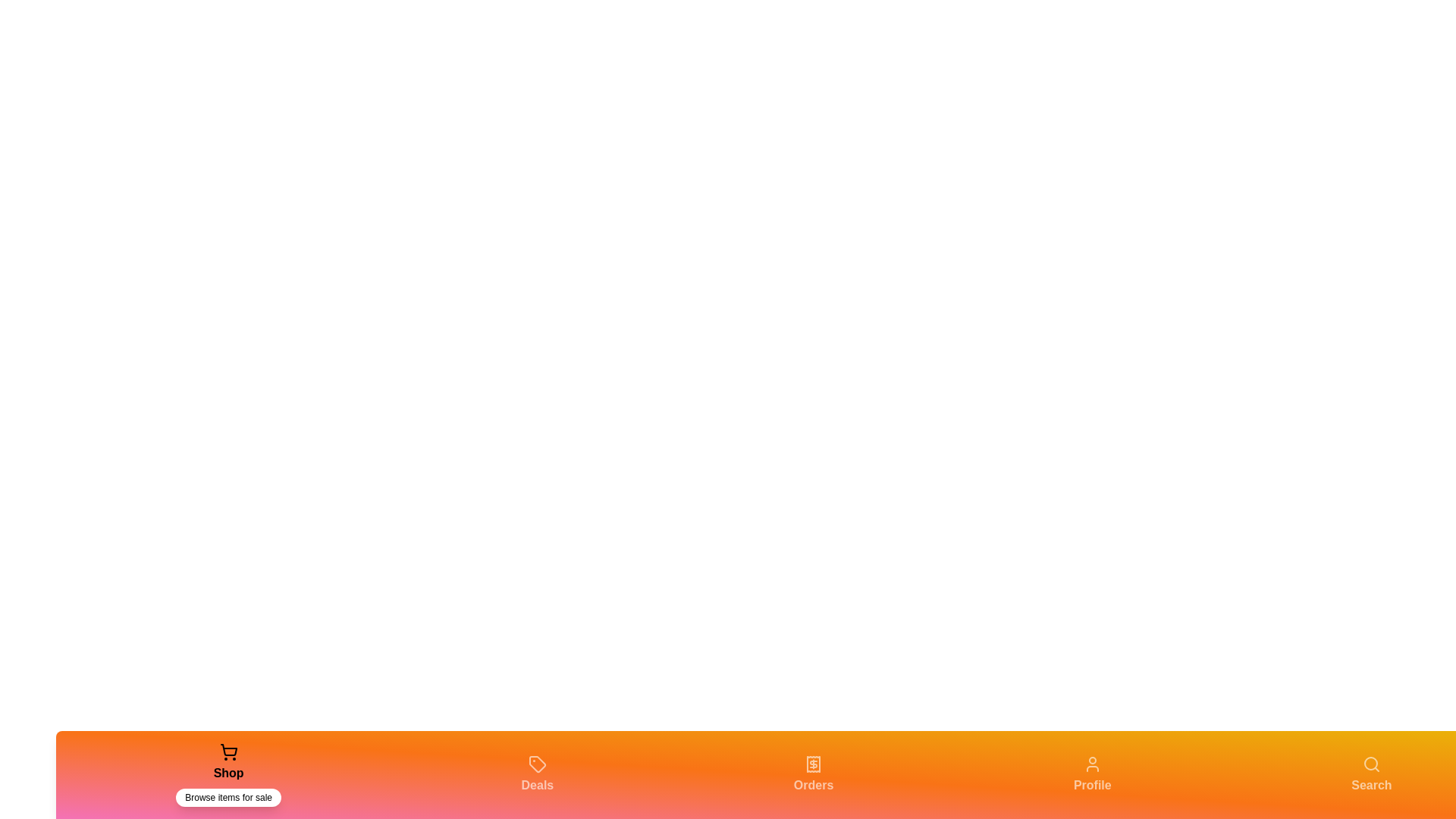 The height and width of the screenshot is (819, 1456). I want to click on the label of the tab Orders, so click(813, 785).